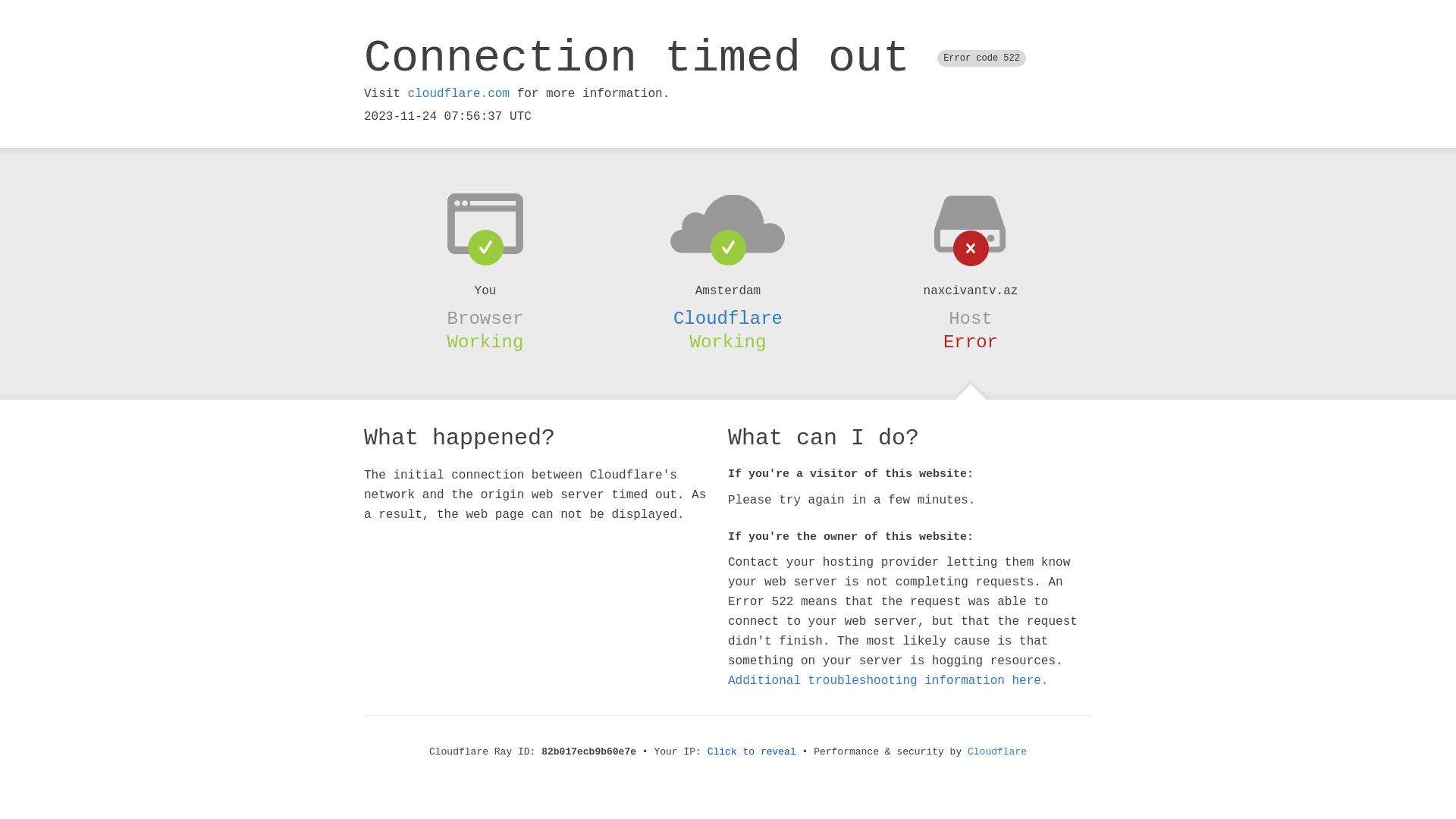 This screenshot has width=1456, height=819. What do you see at coordinates (752, 752) in the screenshot?
I see `'Click to reveal'` at bounding box center [752, 752].